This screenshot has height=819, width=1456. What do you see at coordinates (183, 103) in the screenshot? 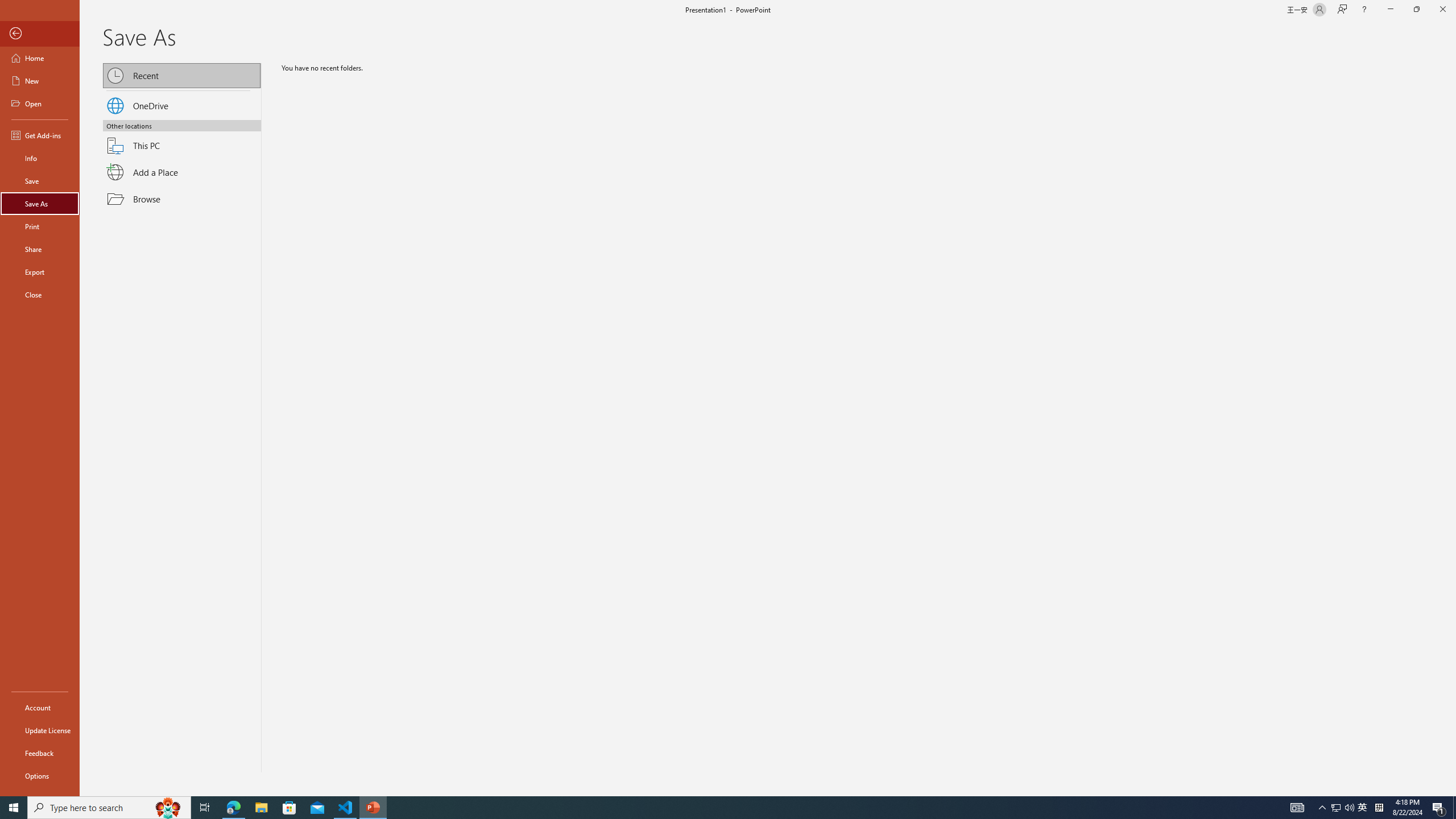
I see `'OneDrive'` at bounding box center [183, 103].